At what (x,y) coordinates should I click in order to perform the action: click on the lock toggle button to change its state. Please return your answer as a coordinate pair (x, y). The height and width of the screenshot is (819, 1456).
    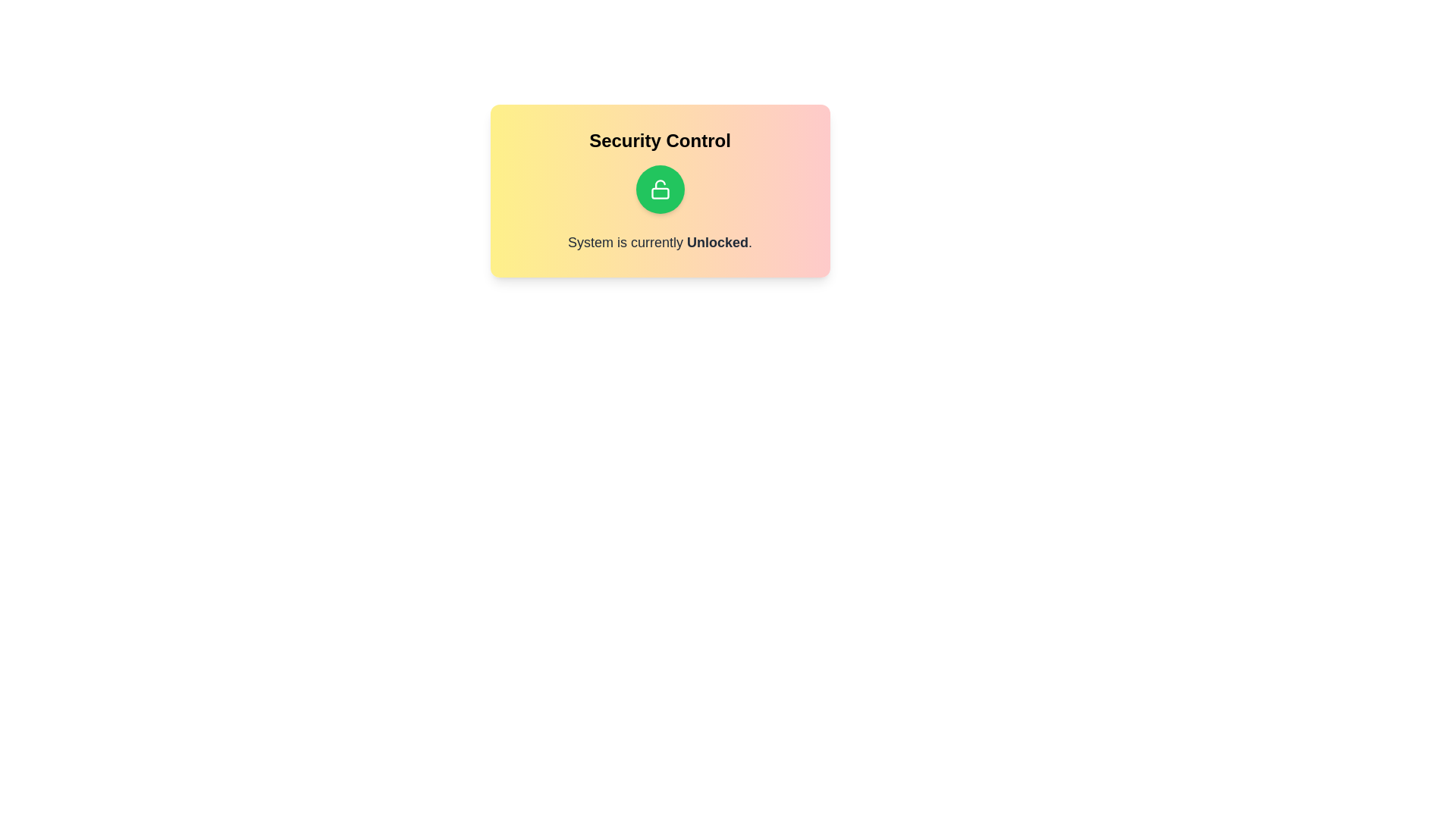
    Looking at the image, I should click on (660, 189).